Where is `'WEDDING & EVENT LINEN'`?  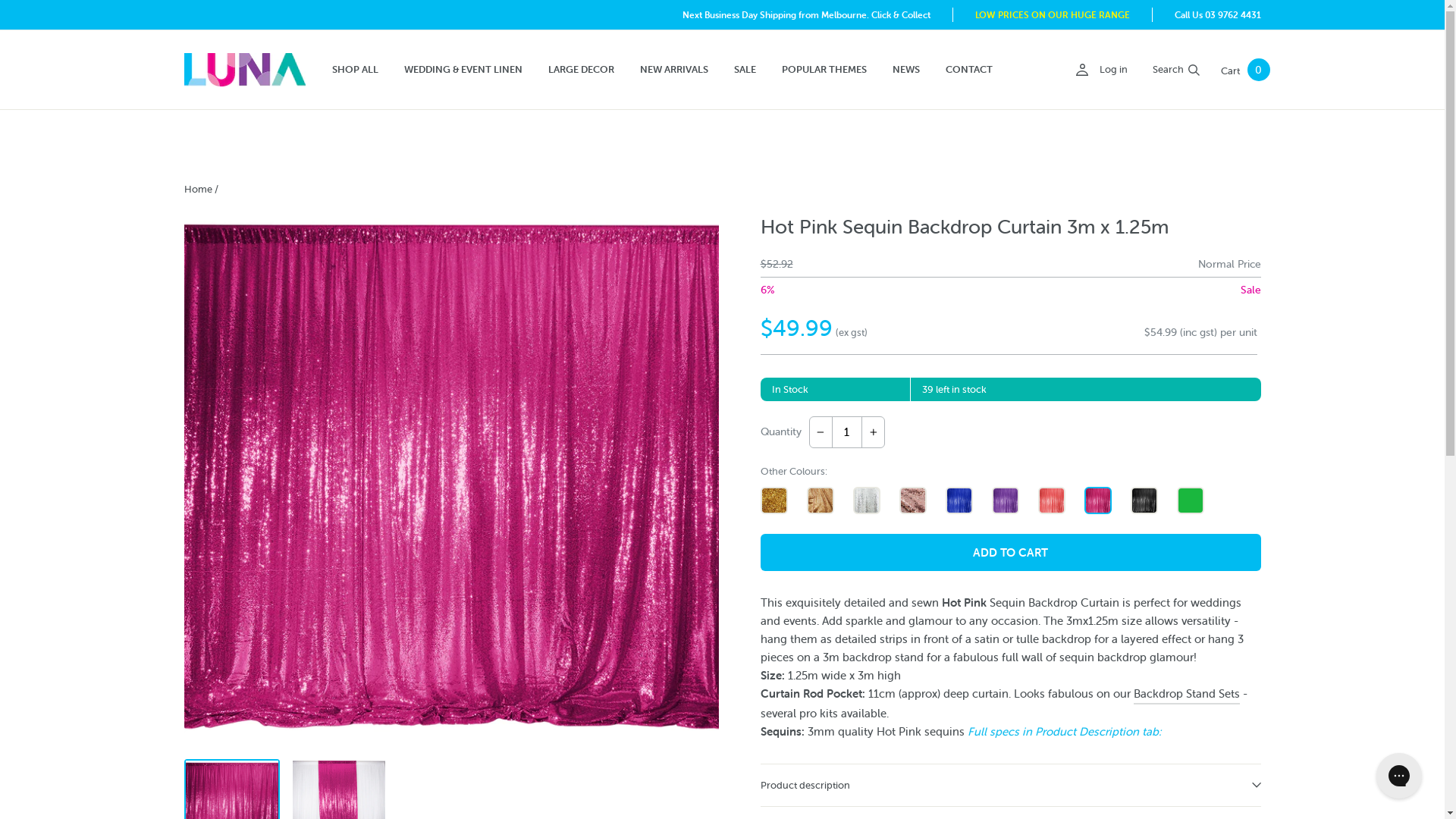
'WEDDING & EVENT LINEN' is located at coordinates (462, 70).